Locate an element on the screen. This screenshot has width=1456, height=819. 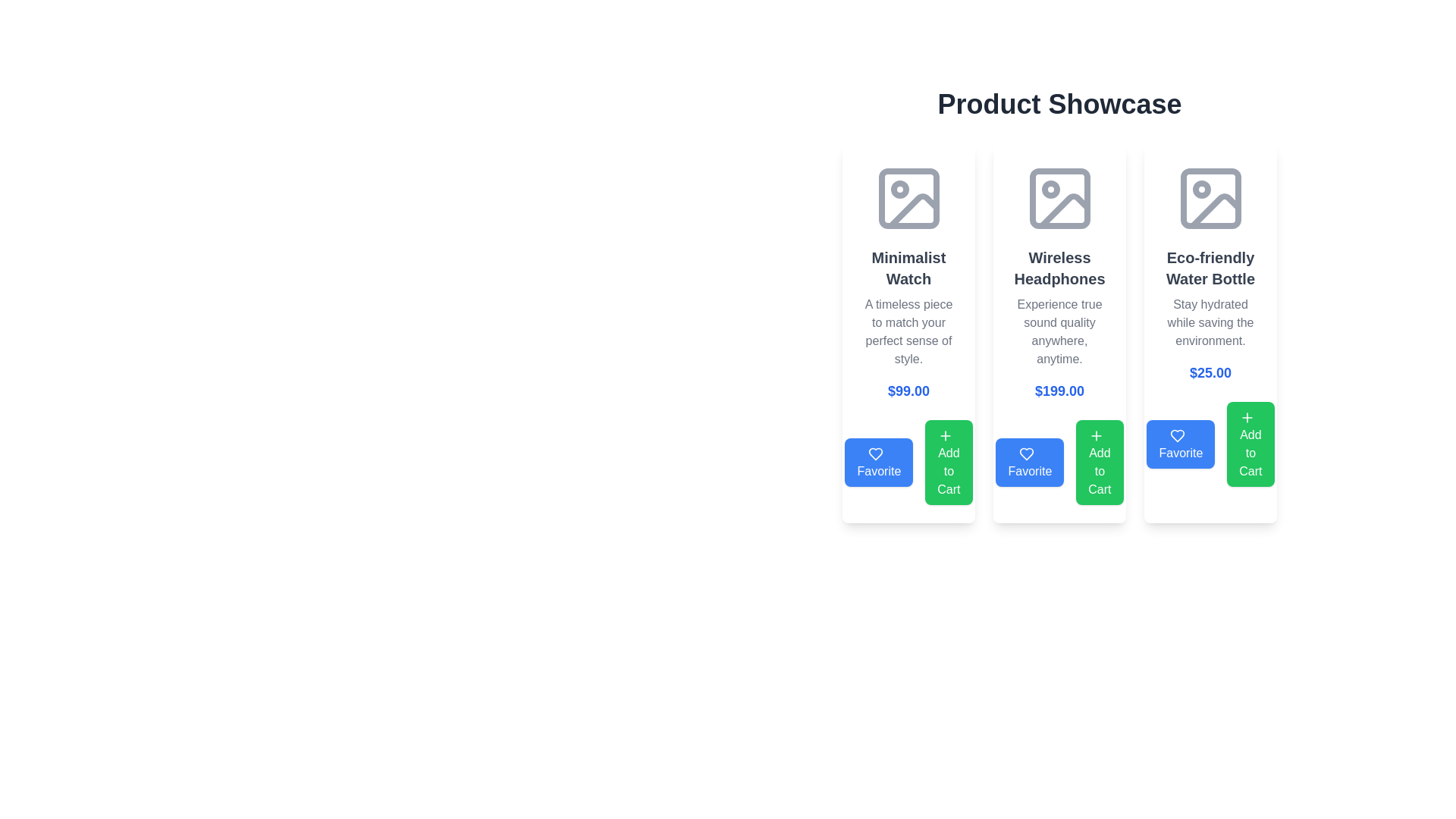
the button located to the right of the 'Favorite' button in the product row for 'Wireless Headphones' is located at coordinates (1100, 461).